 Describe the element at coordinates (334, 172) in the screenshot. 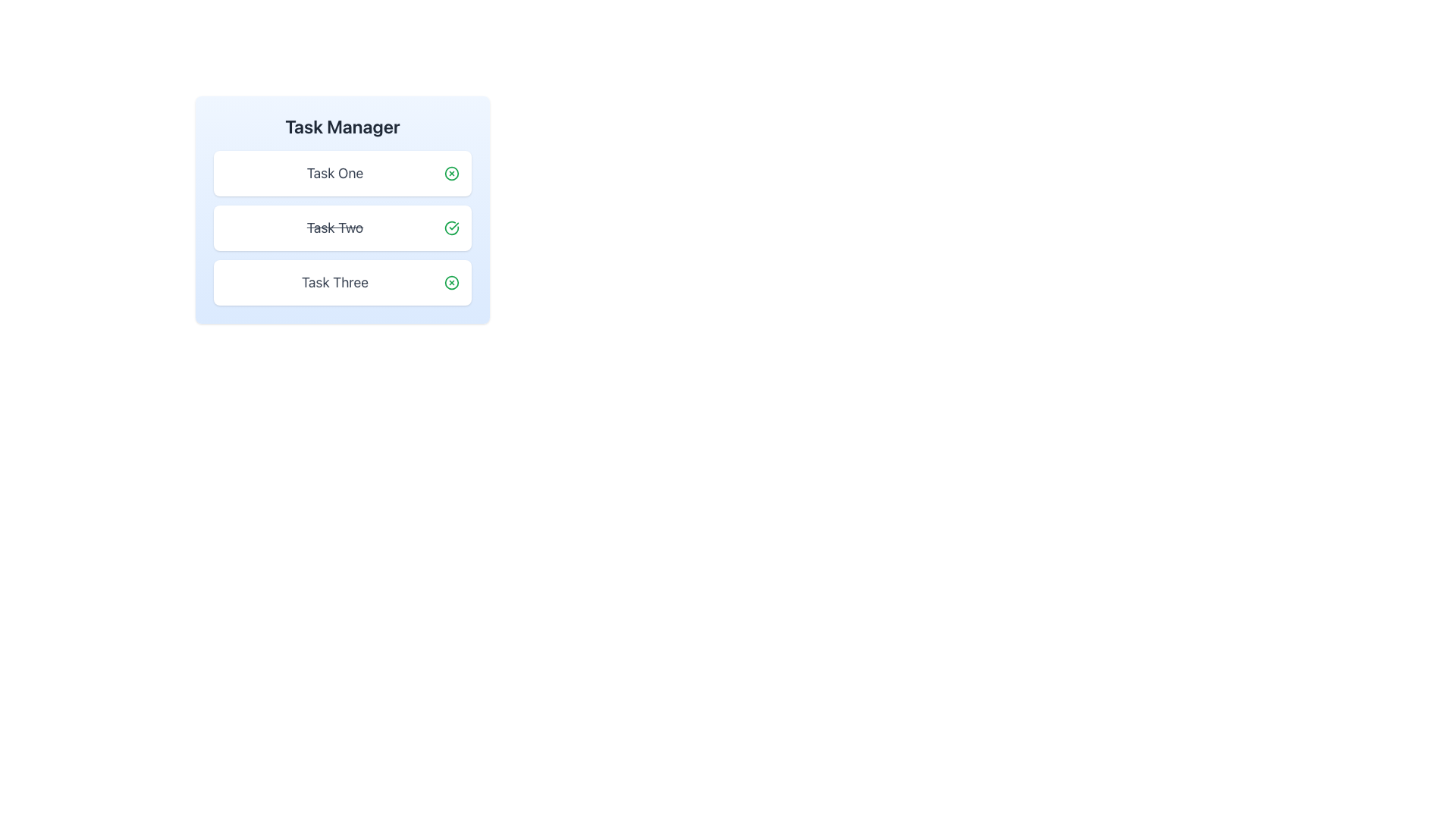

I see `the text element displaying 'Task One', which is styled in gray and located at the top of a vertical list of tasks inside a white card with rounded corners` at that location.